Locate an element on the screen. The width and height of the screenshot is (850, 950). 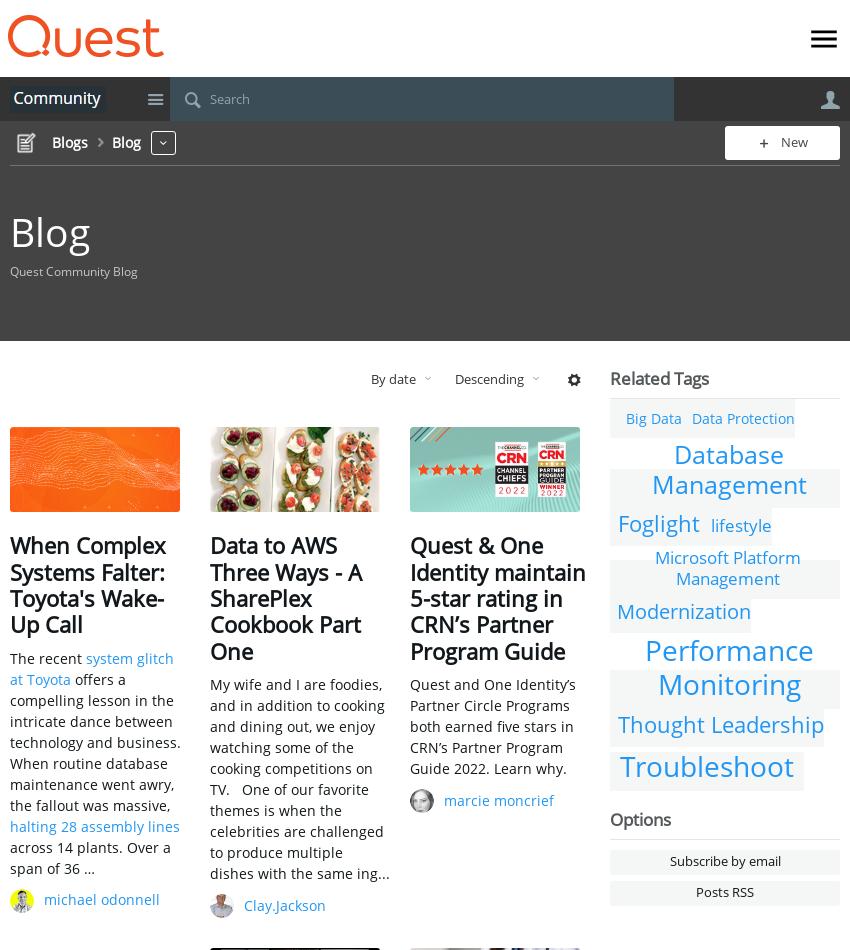
'Blogs' is located at coordinates (70, 142).